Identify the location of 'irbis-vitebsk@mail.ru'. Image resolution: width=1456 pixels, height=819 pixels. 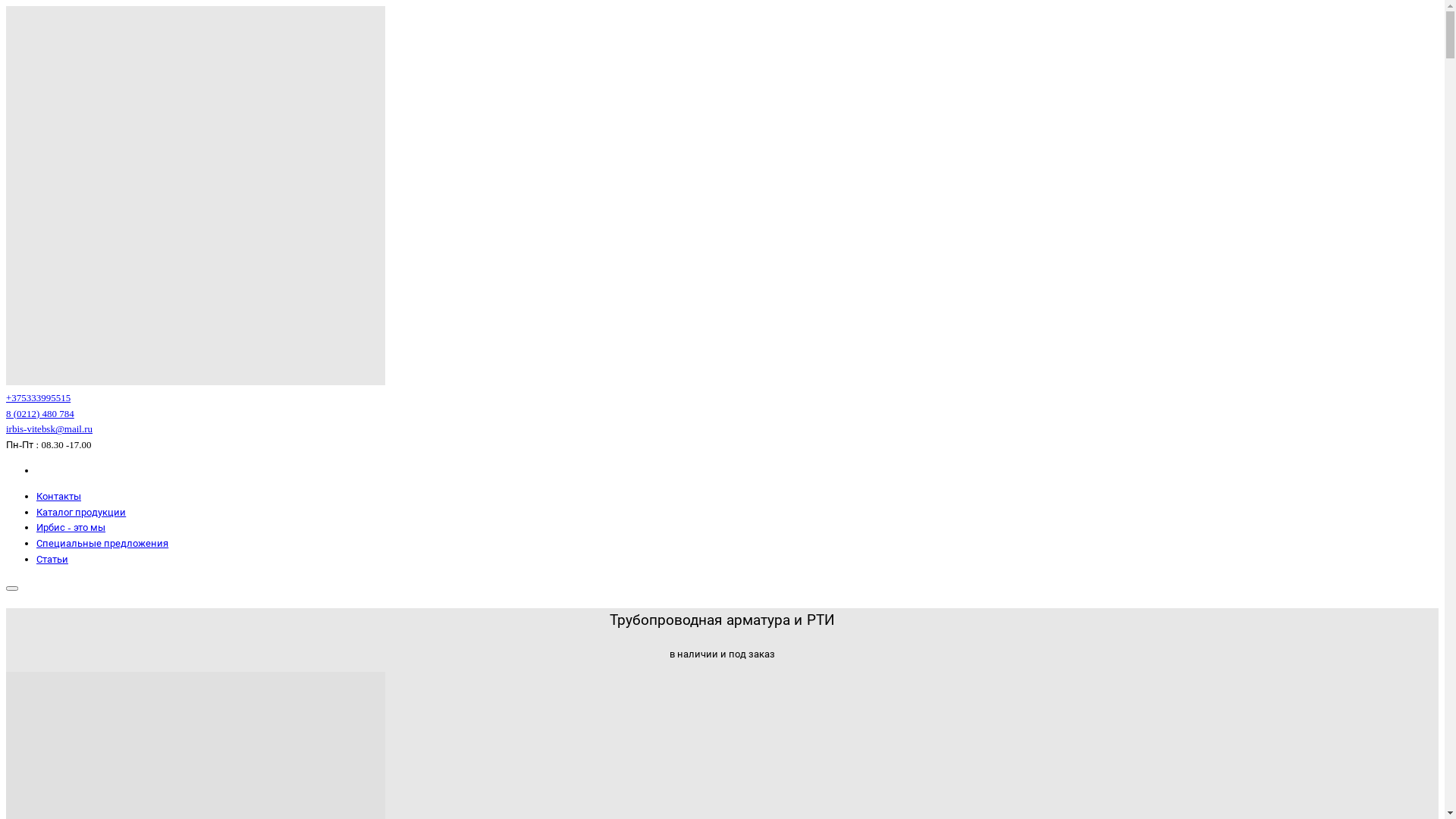
(49, 428).